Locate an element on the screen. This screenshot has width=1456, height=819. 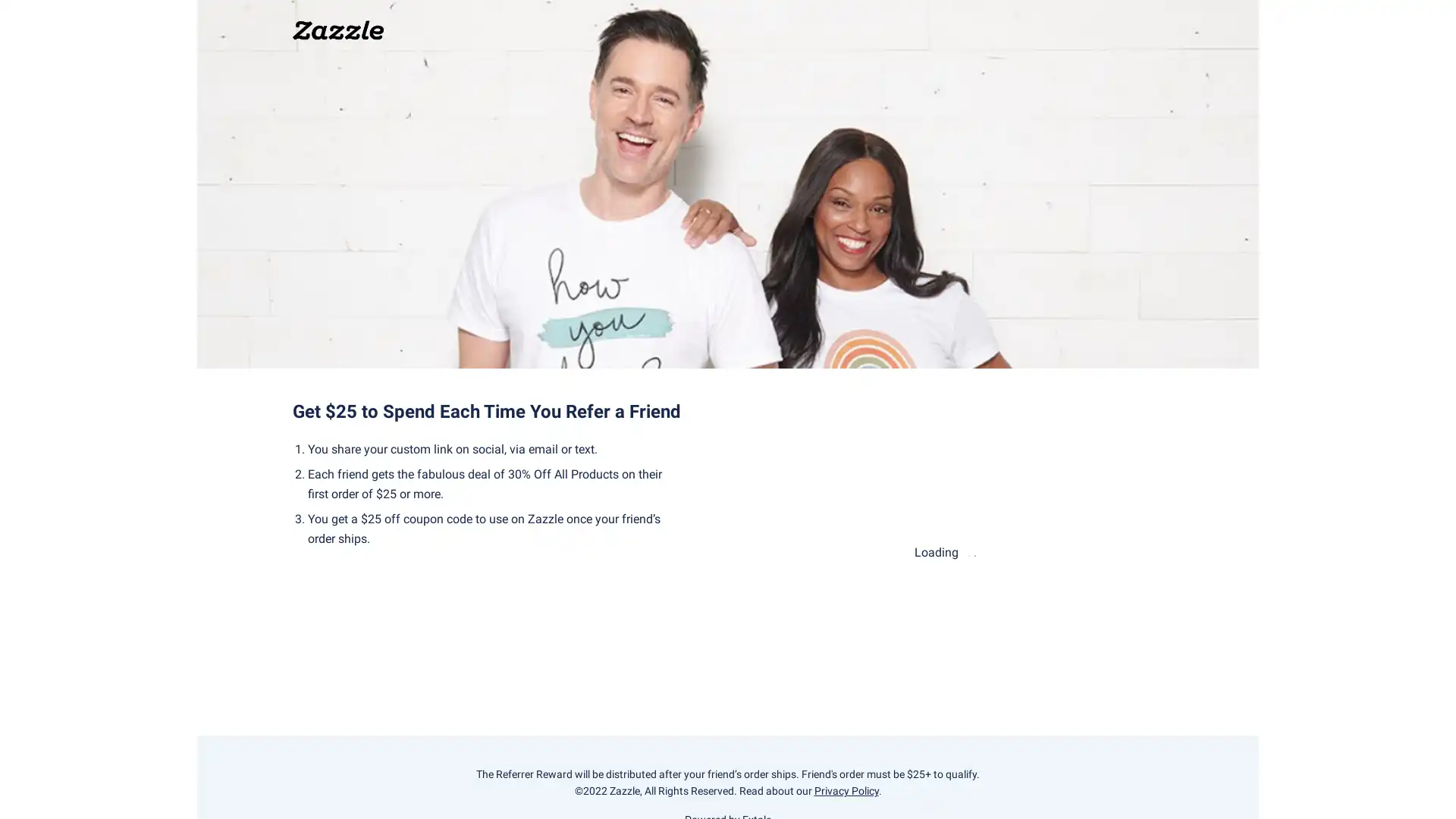
messenger is located at coordinates (837, 588).